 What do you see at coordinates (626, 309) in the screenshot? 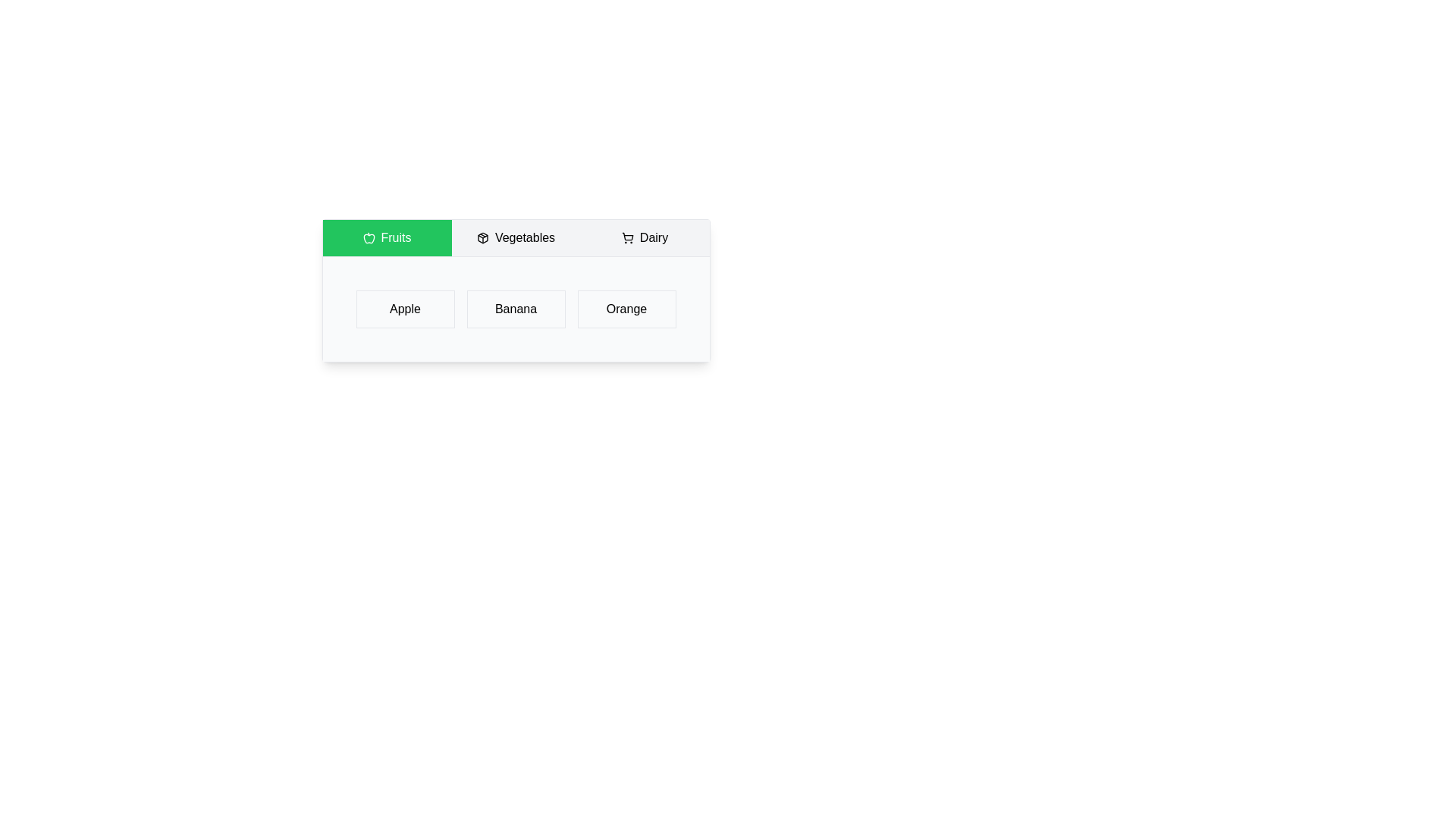
I see `the item Orange in the selected tab` at bounding box center [626, 309].